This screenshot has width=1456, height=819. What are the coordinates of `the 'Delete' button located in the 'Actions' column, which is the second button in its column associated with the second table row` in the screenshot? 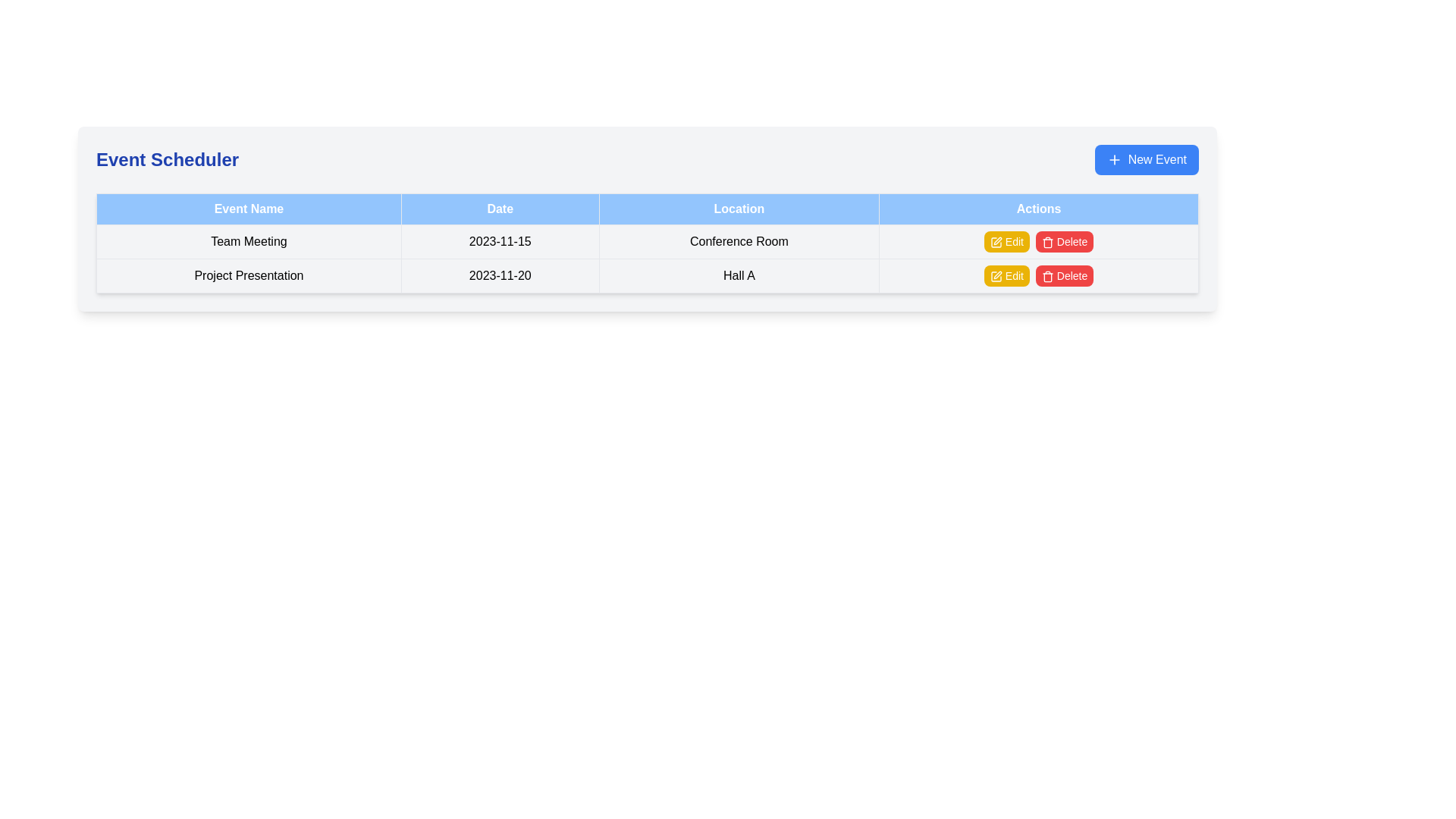 It's located at (1063, 241).